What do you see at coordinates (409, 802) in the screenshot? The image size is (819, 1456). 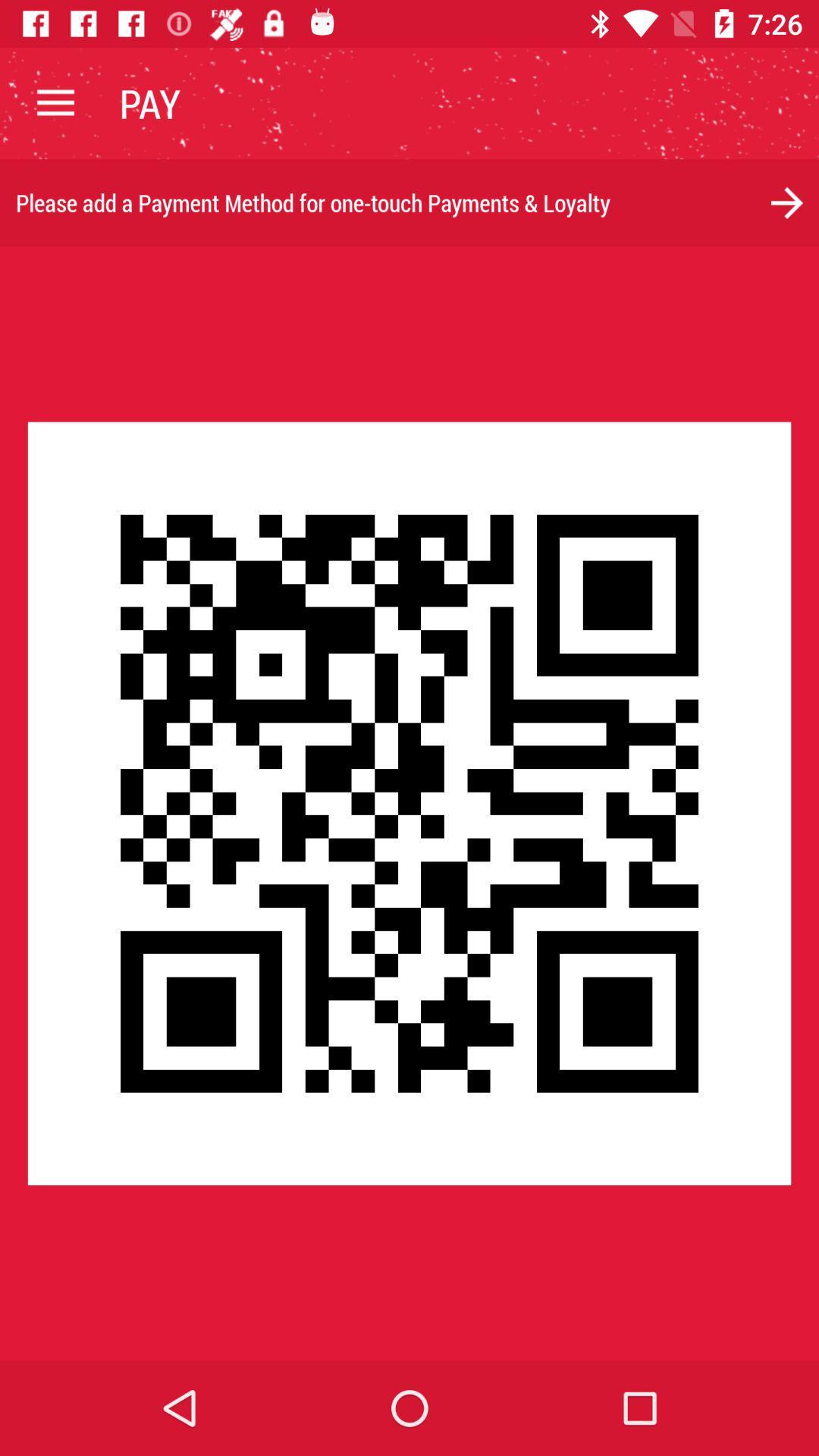 I see `icon at the center` at bounding box center [409, 802].